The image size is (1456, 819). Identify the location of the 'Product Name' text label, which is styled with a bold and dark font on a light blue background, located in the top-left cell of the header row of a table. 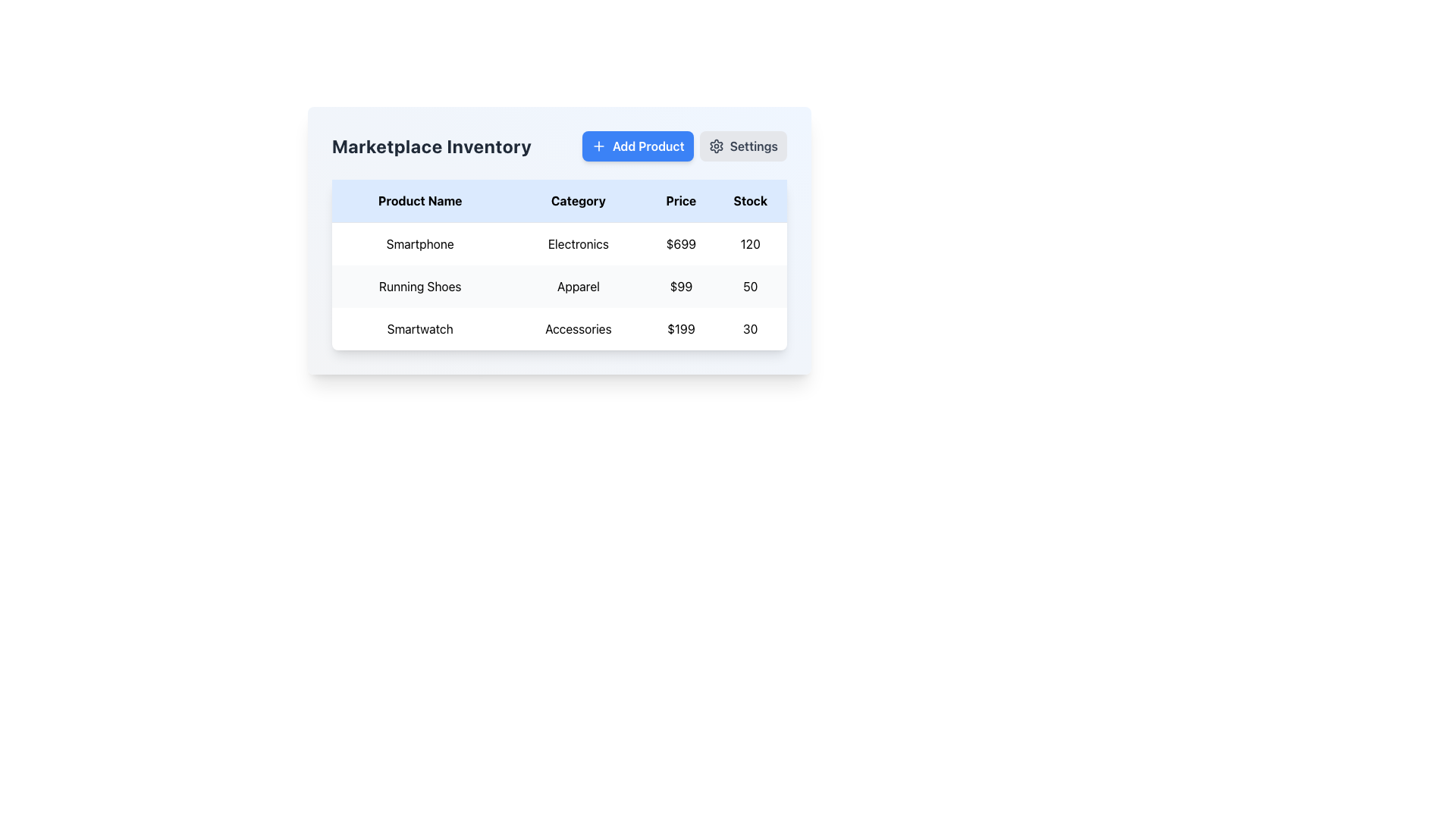
(420, 200).